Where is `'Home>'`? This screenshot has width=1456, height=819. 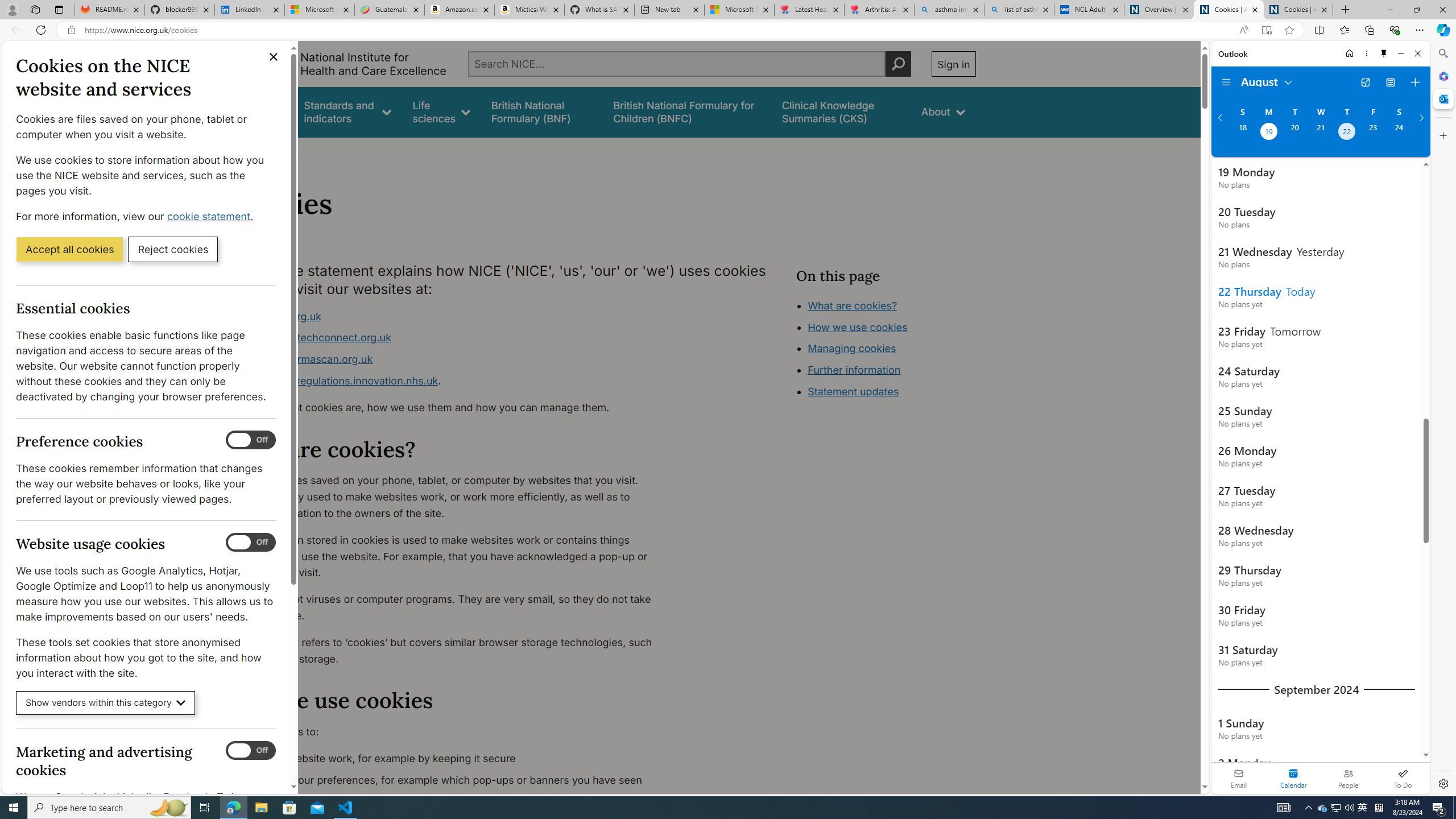 'Home>' is located at coordinates (246, 152).